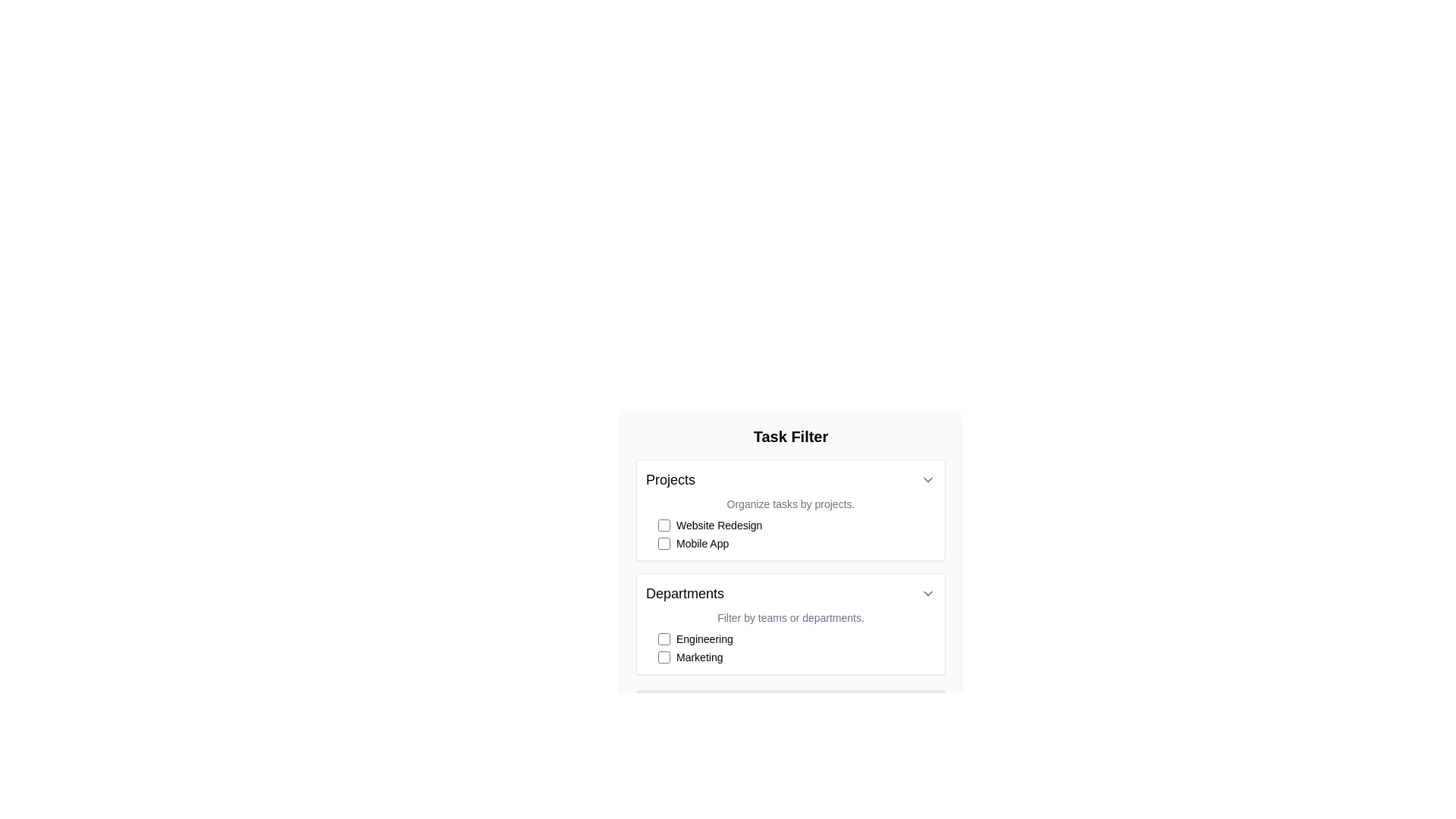 This screenshot has width=1456, height=819. Describe the element at coordinates (701, 543) in the screenshot. I see `the 'Mobile App' text label to associate it with its corresponding checkbox for selection` at that location.